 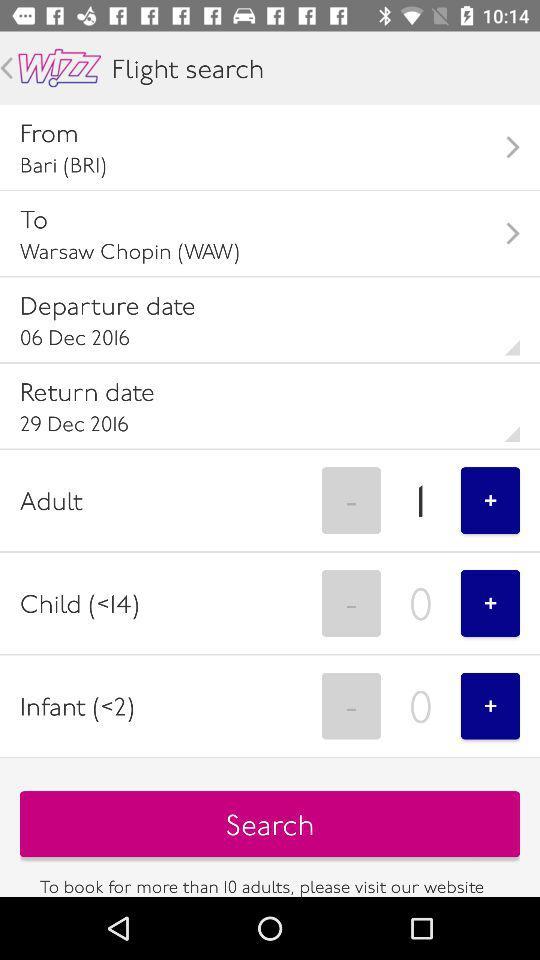 I want to click on the icon to the right of the infant (<2) item, so click(x=350, y=706).